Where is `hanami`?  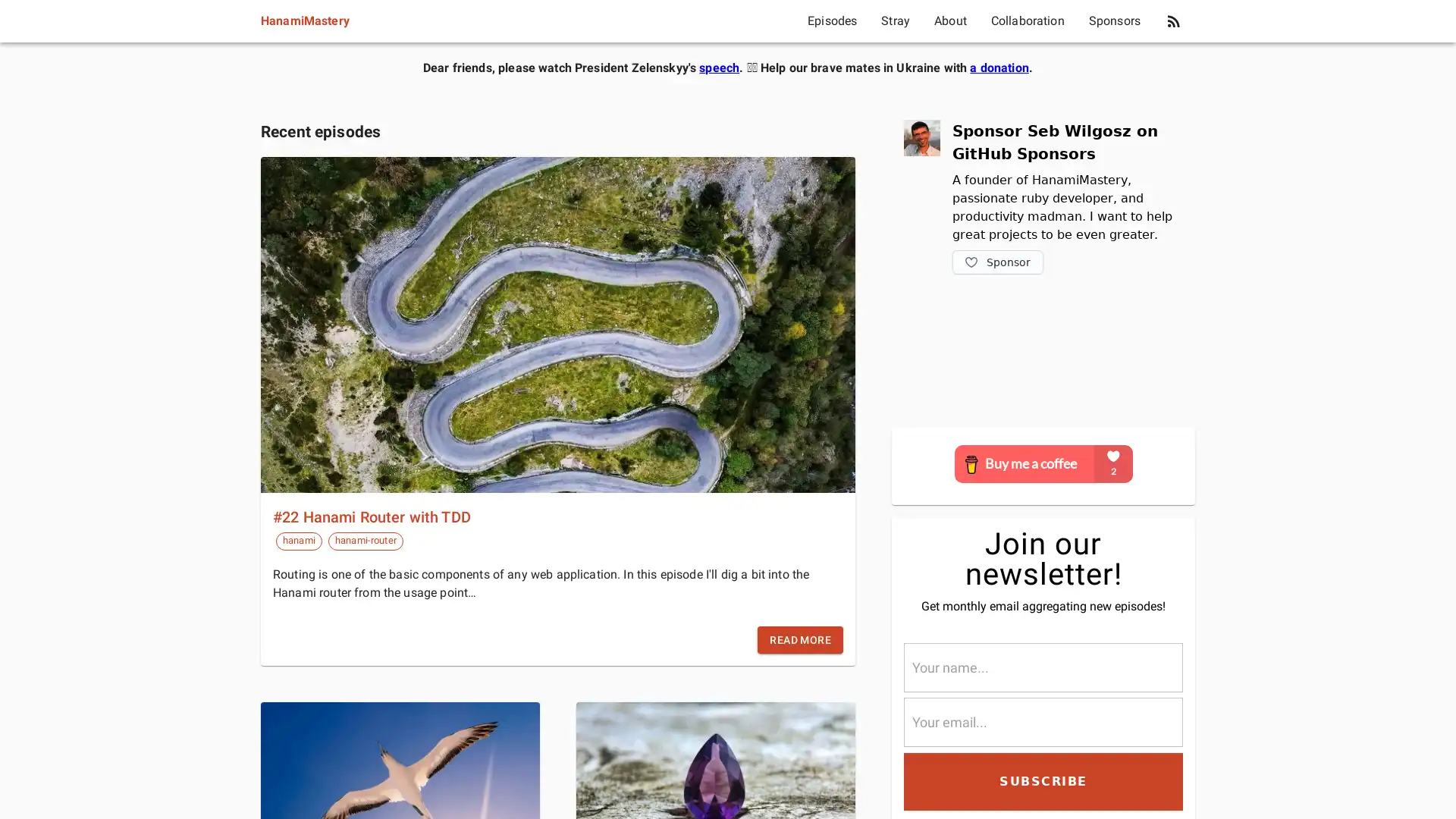 hanami is located at coordinates (298, 540).